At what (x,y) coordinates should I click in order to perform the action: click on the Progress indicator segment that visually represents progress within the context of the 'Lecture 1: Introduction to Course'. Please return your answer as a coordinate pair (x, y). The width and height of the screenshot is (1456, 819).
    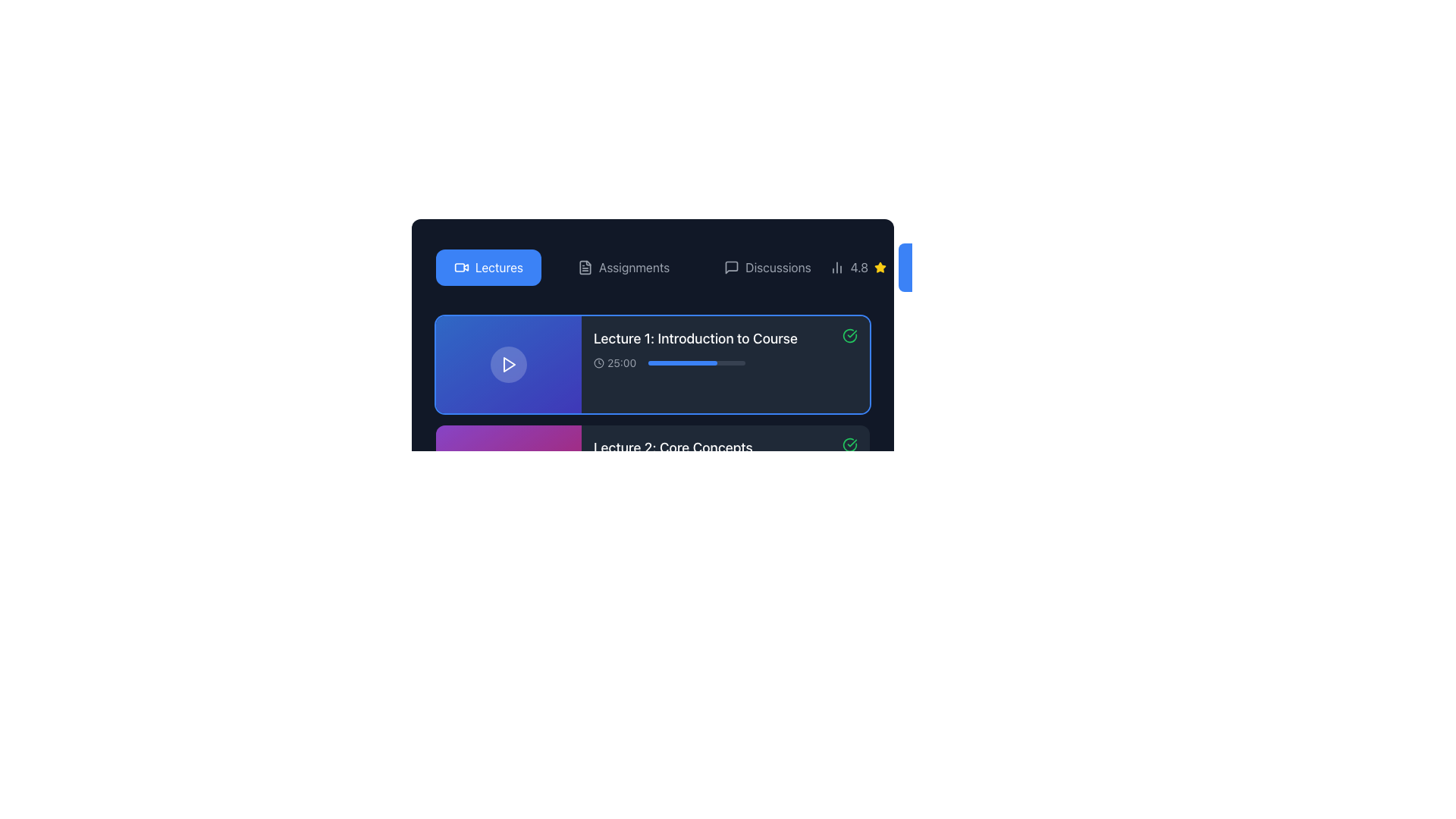
    Looking at the image, I should click on (690, 472).